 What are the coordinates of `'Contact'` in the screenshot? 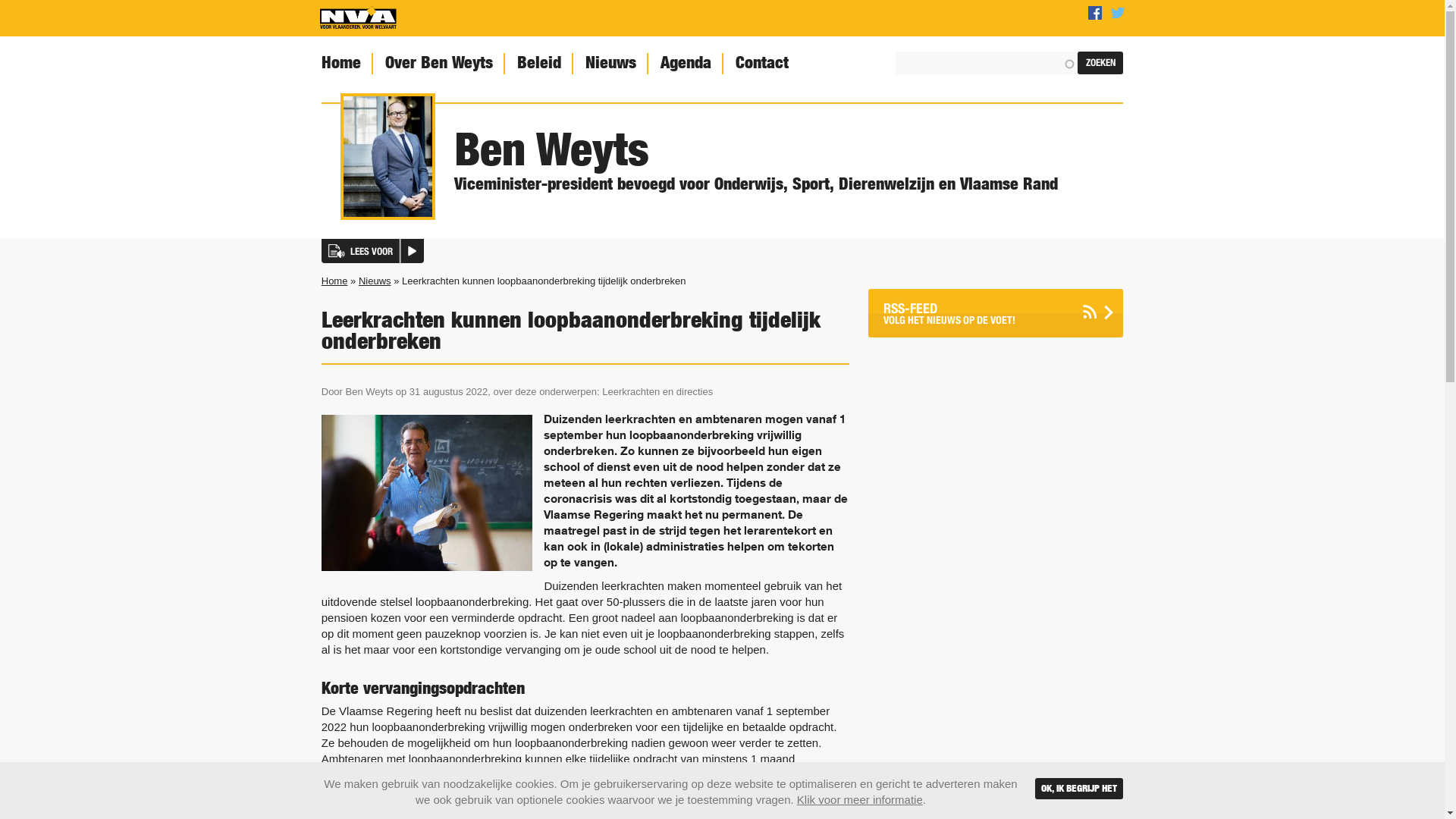 It's located at (720, 63).